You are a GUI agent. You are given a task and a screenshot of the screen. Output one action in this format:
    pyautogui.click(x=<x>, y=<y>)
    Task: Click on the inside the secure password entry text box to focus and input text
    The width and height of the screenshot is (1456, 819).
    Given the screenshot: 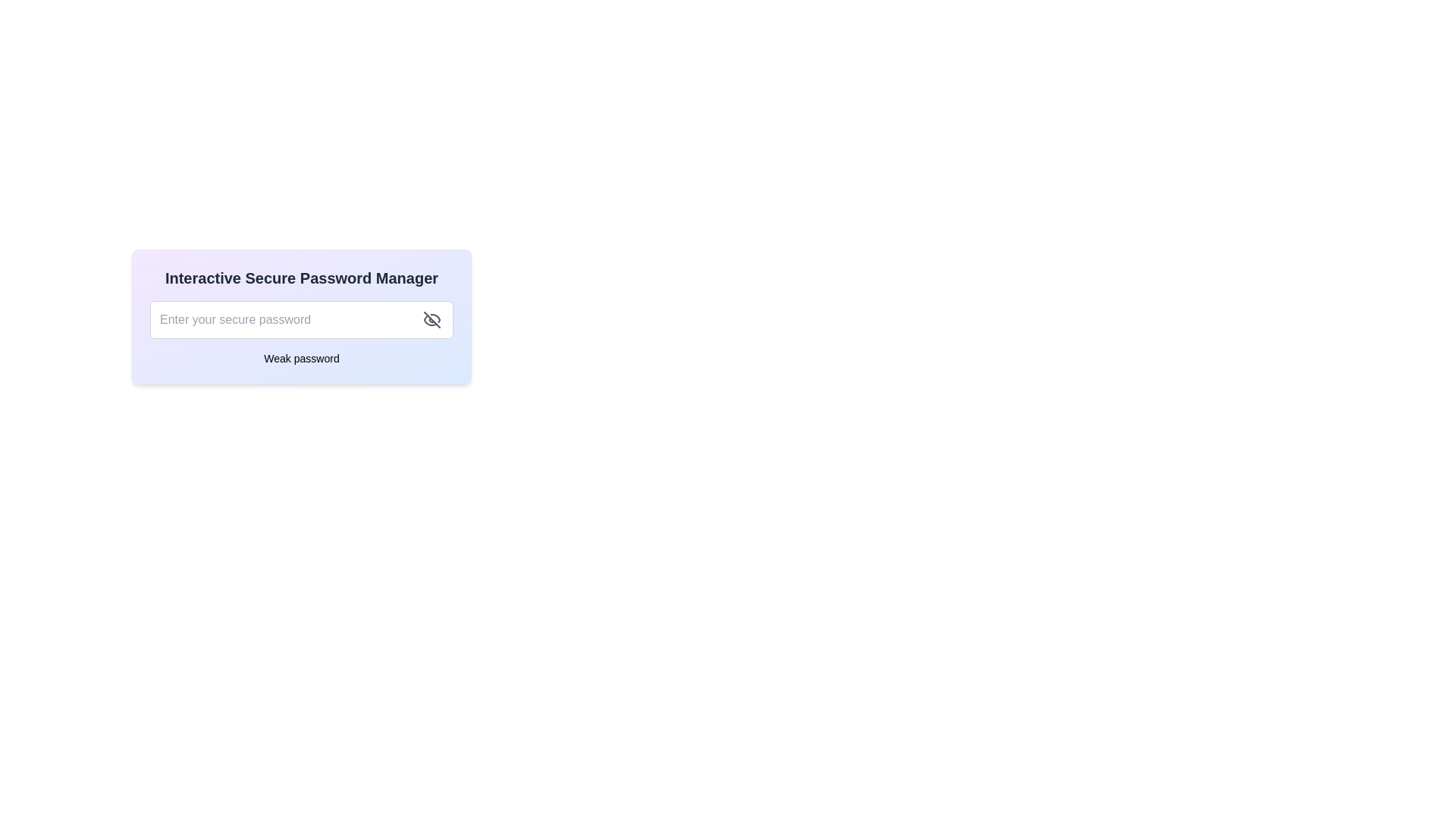 What is the action you would take?
    pyautogui.click(x=302, y=315)
    